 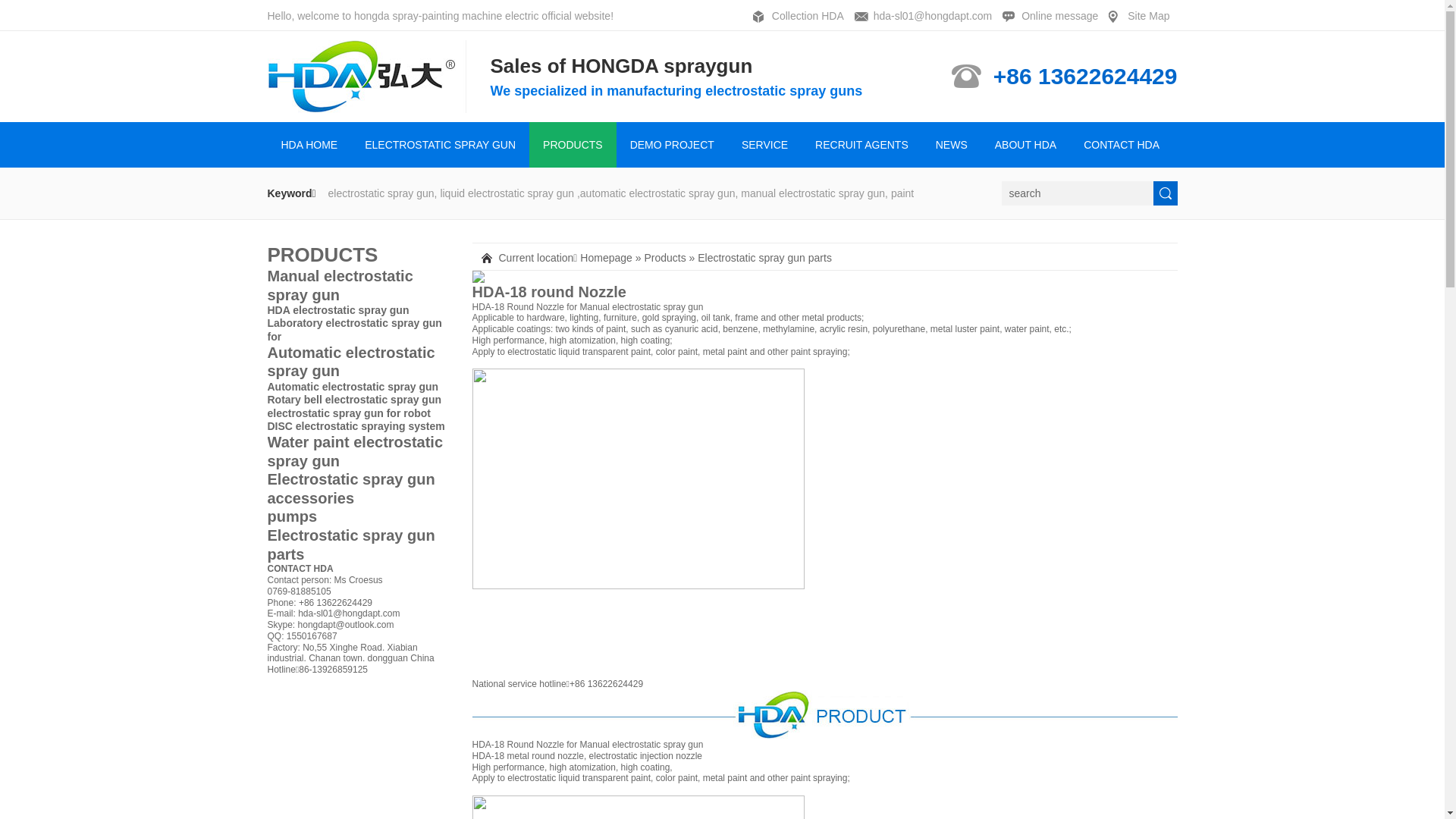 What do you see at coordinates (308, 145) in the screenshot?
I see `'HDA HOME'` at bounding box center [308, 145].